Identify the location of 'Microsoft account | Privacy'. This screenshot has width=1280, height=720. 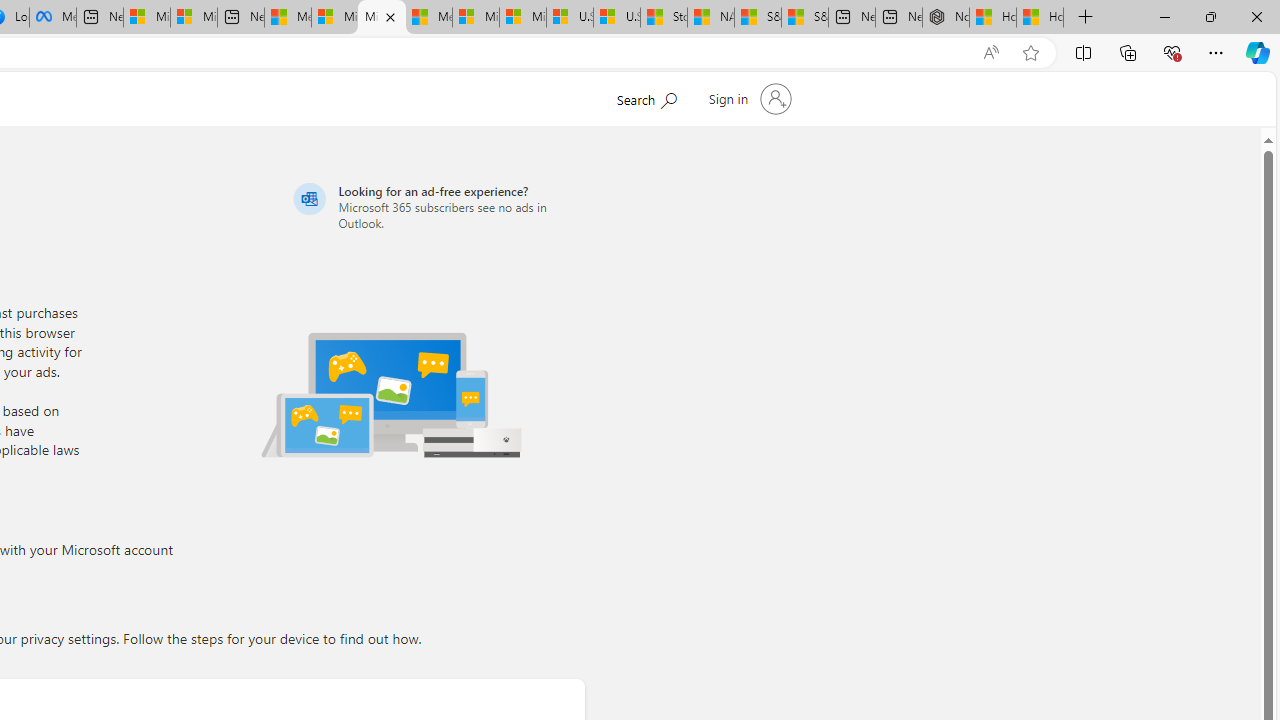
(381, 17).